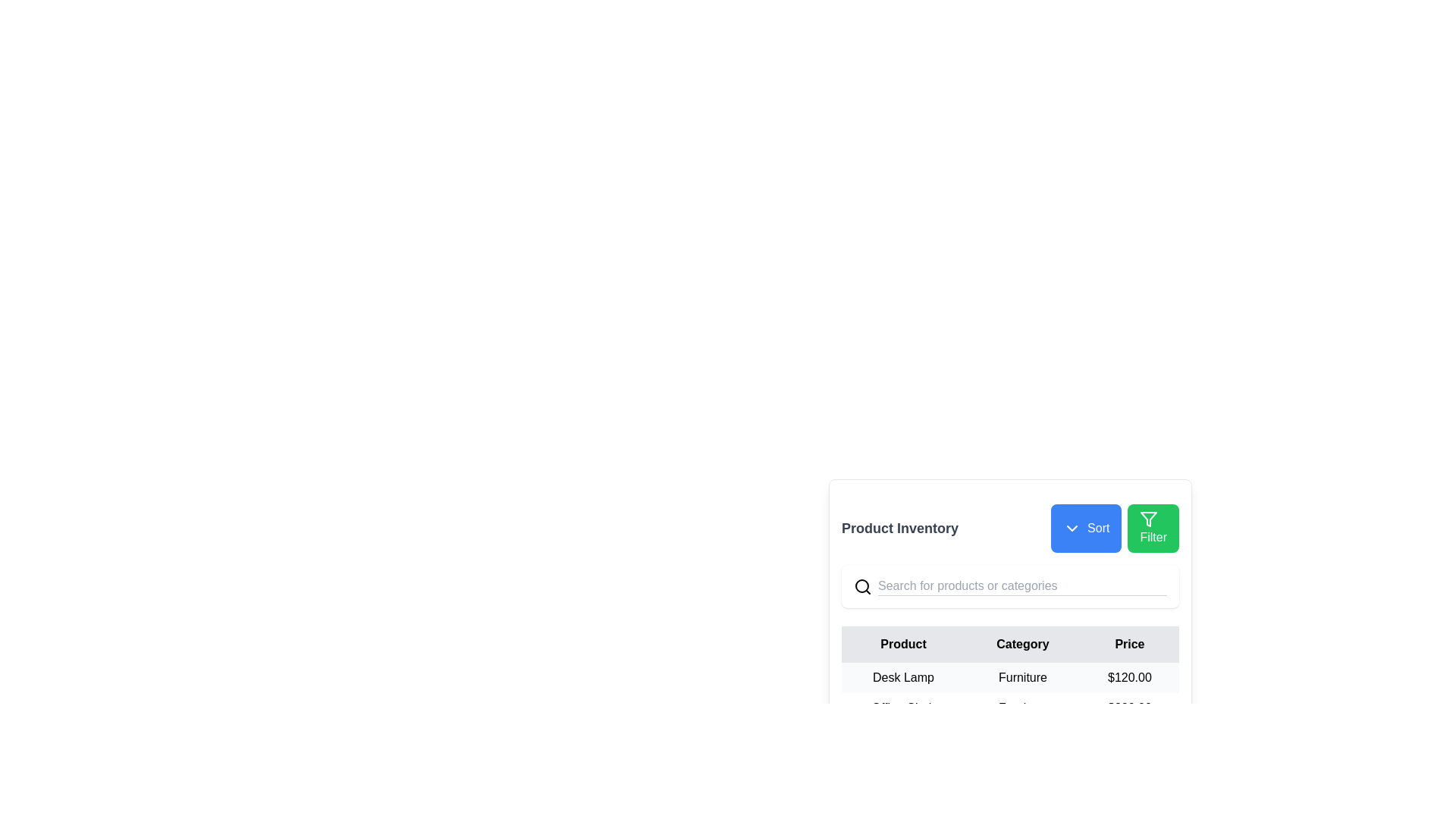 The width and height of the screenshot is (1456, 819). What do you see at coordinates (1010, 708) in the screenshot?
I see `the second row of the table containing 'Office Chair', 'Furniture', and '$320.00'` at bounding box center [1010, 708].